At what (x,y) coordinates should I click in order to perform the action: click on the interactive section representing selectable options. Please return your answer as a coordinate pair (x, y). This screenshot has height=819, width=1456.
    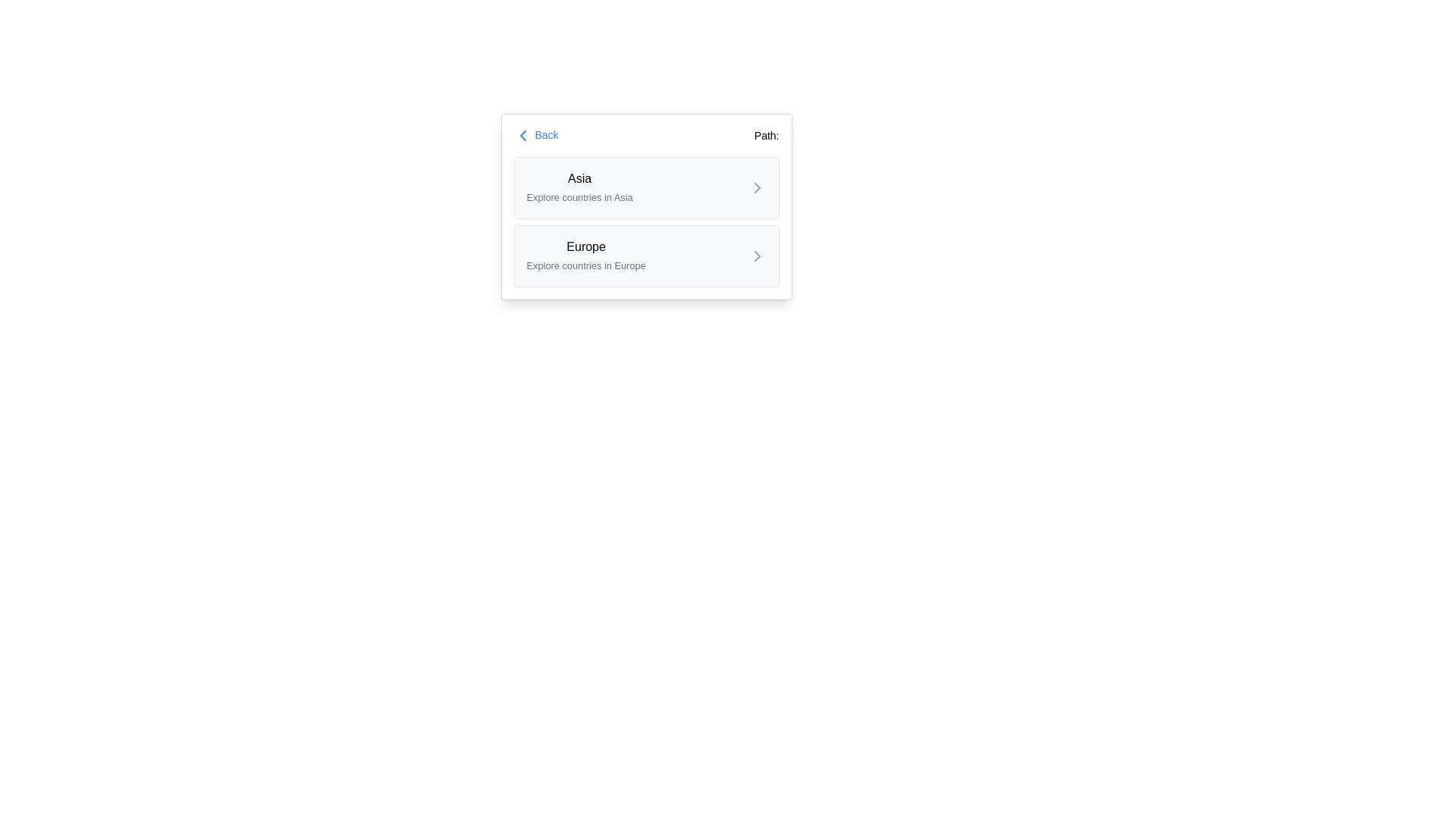
    Looking at the image, I should click on (646, 207).